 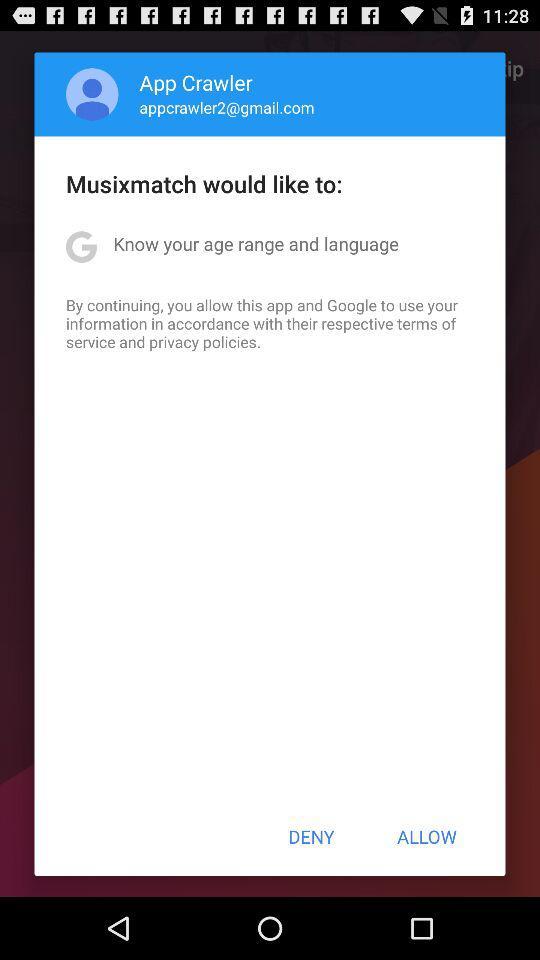 I want to click on the icon below the by continuing you item, so click(x=311, y=836).